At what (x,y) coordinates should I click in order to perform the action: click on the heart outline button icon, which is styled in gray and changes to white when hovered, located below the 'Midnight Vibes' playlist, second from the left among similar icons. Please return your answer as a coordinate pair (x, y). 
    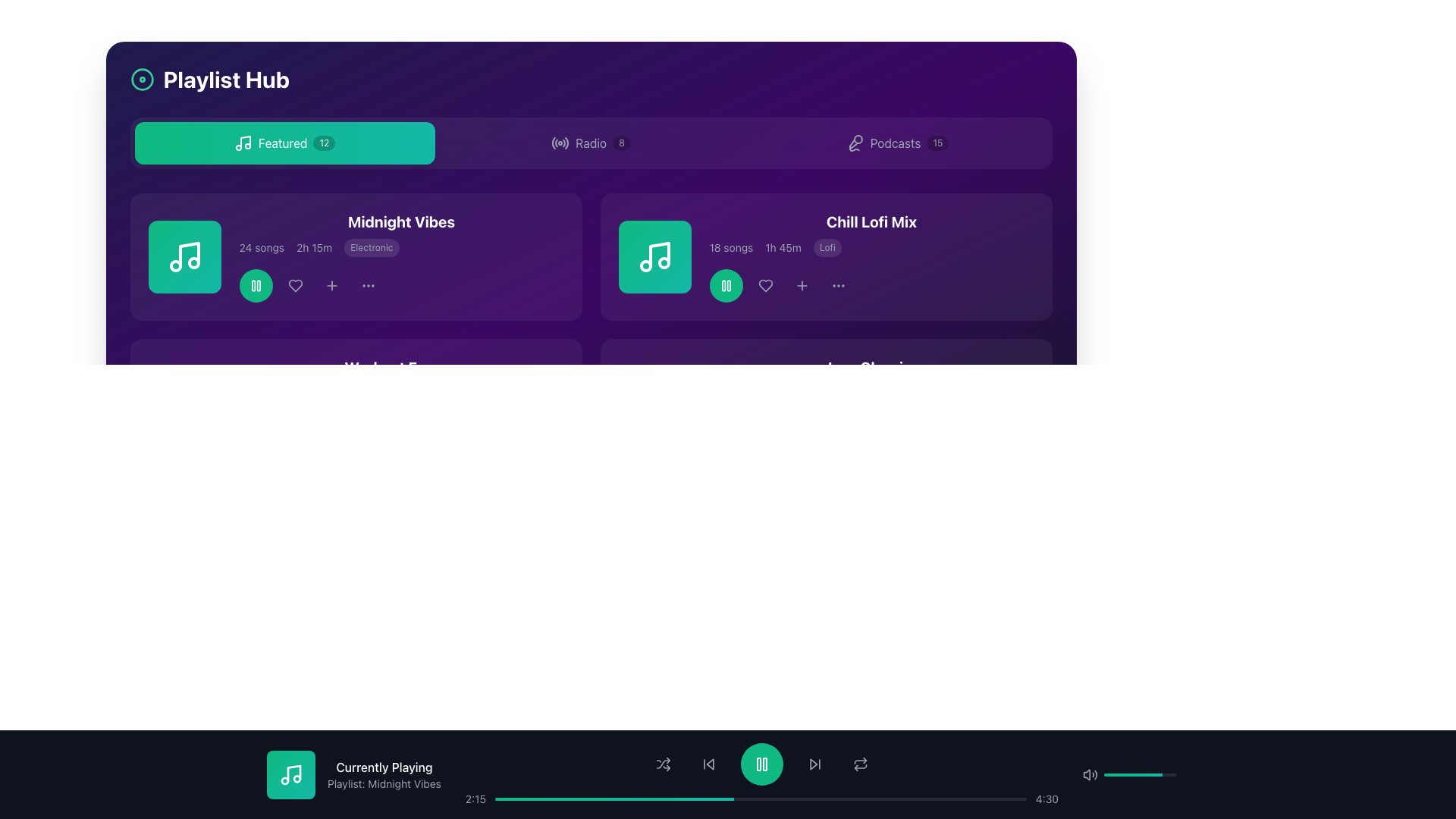
    Looking at the image, I should click on (295, 286).